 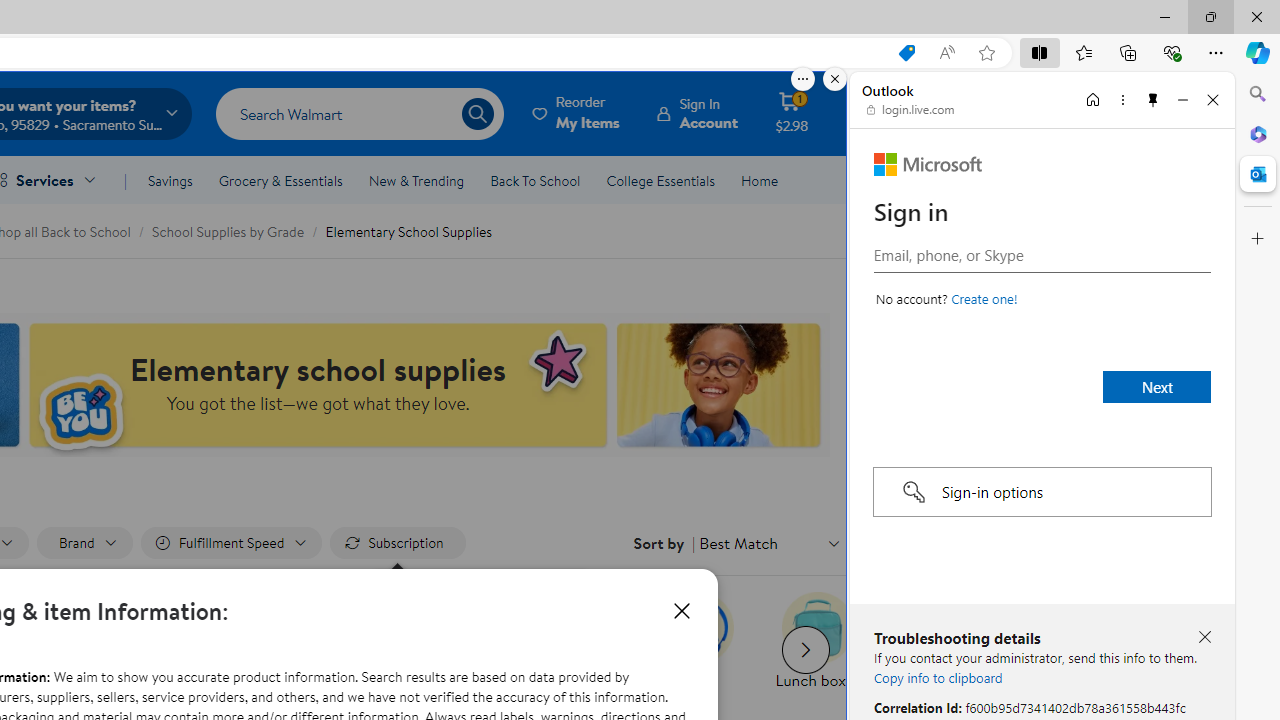 I want to click on 'Enter your email, phone, or Skype.', so click(x=1041, y=253).